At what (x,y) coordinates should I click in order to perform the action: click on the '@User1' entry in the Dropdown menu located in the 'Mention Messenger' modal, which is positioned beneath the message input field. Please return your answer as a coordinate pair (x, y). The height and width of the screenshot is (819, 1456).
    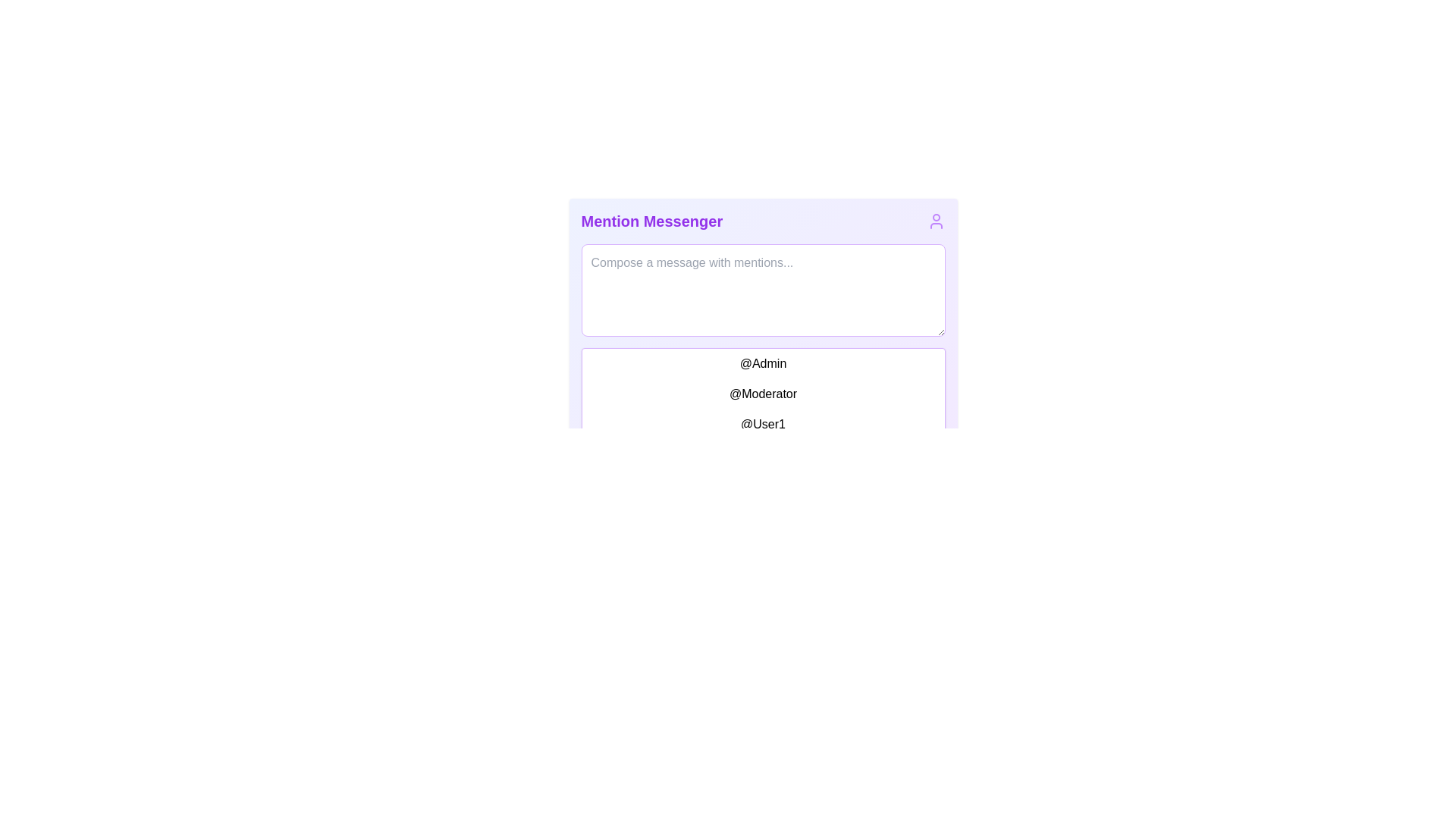
    Looking at the image, I should click on (763, 409).